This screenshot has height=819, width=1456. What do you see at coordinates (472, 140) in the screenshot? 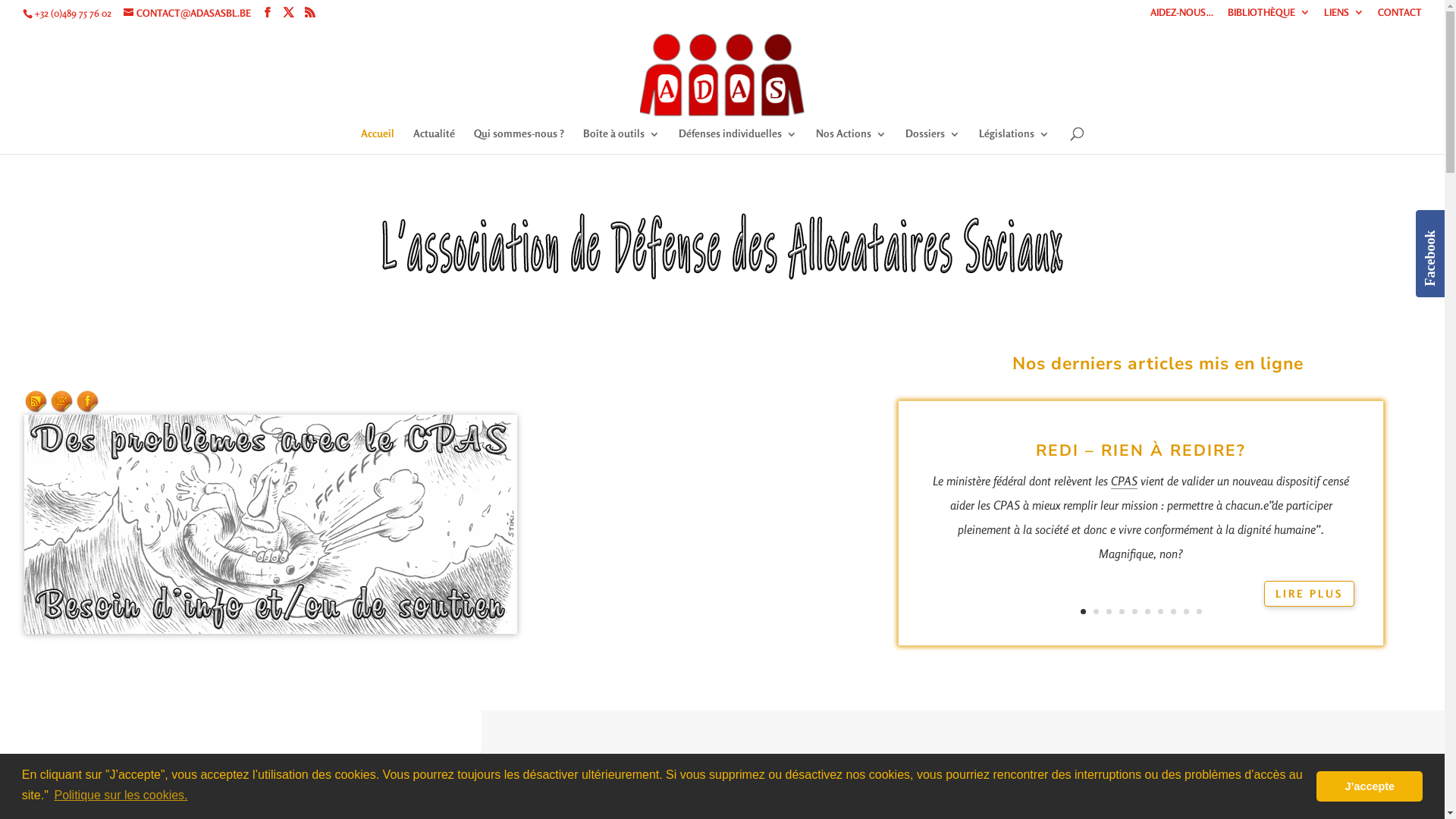
I see `'Qui sommes-nous ?'` at bounding box center [472, 140].